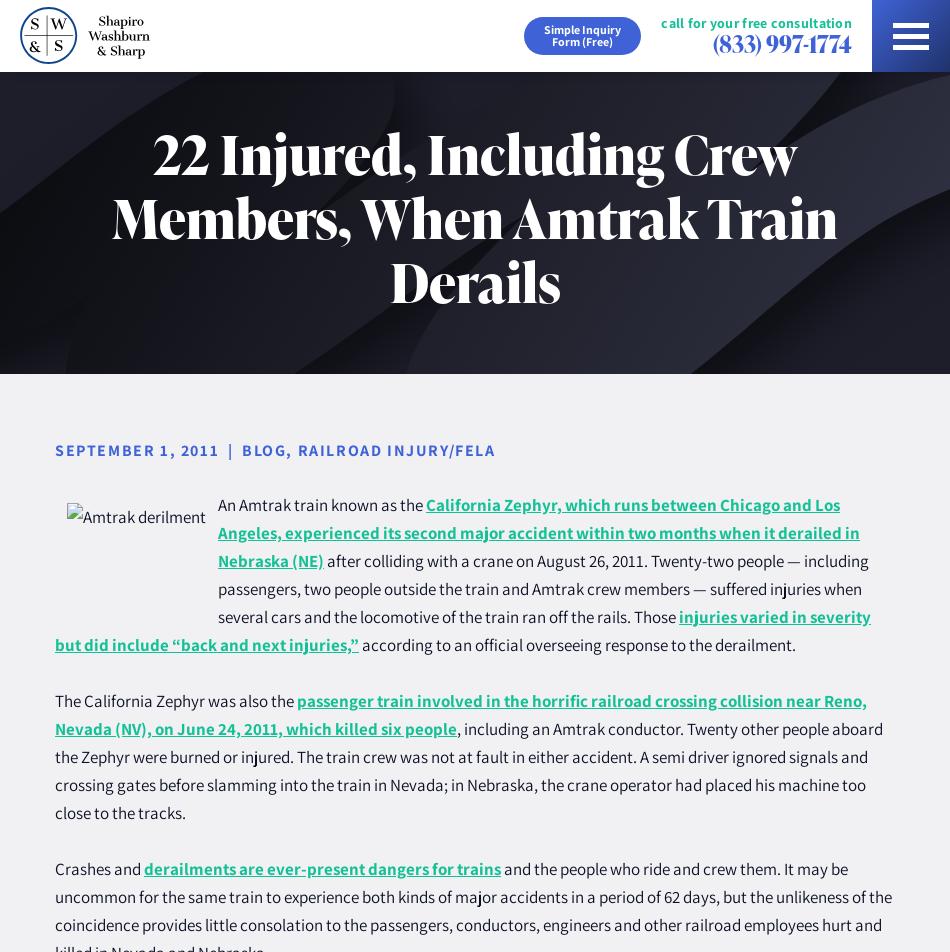  What do you see at coordinates (99, 868) in the screenshot?
I see `'Crashes and'` at bounding box center [99, 868].